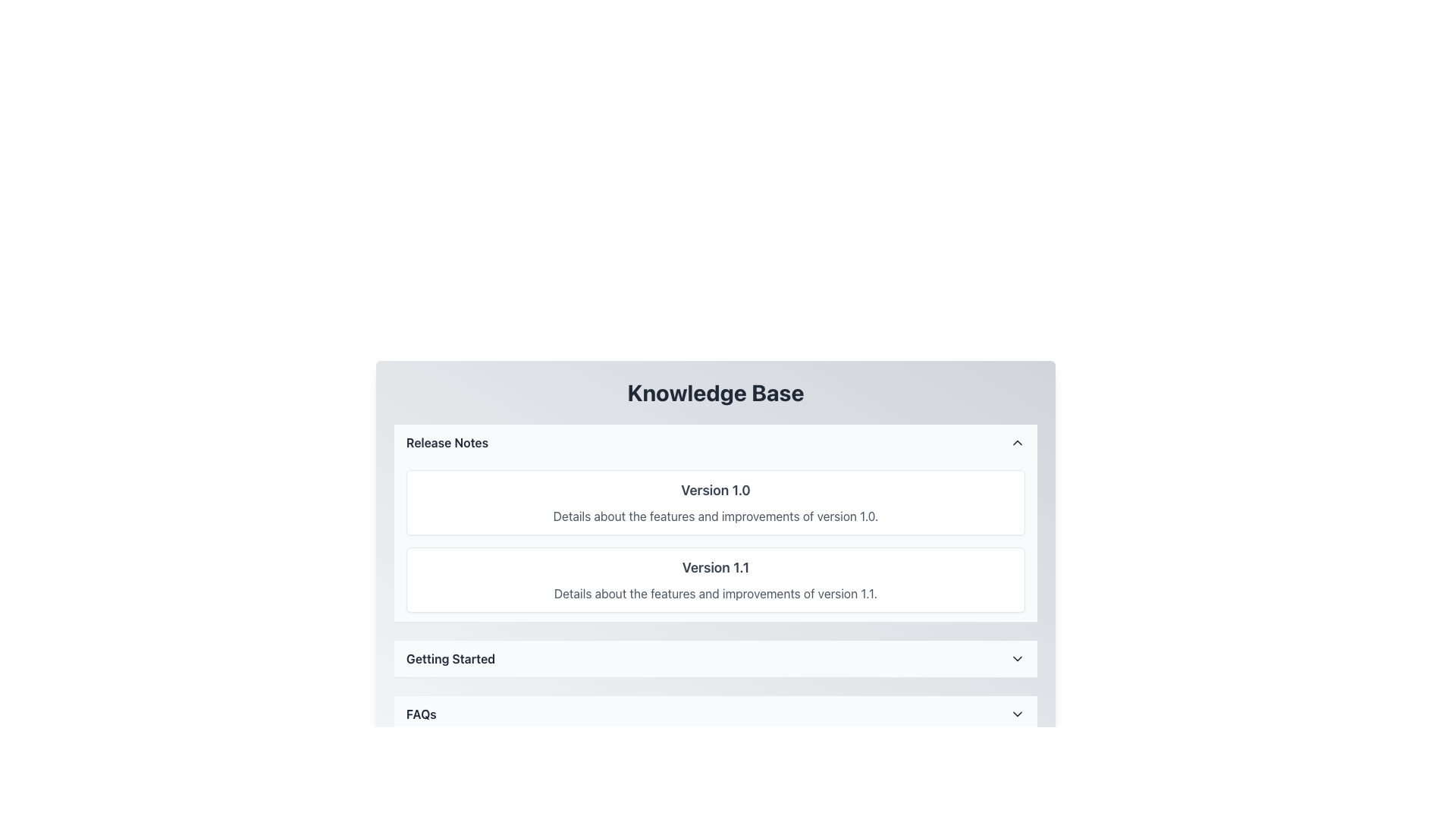  I want to click on the horizontally stretched rectangular button labeled 'FAQs' to change its background color, so click(715, 714).